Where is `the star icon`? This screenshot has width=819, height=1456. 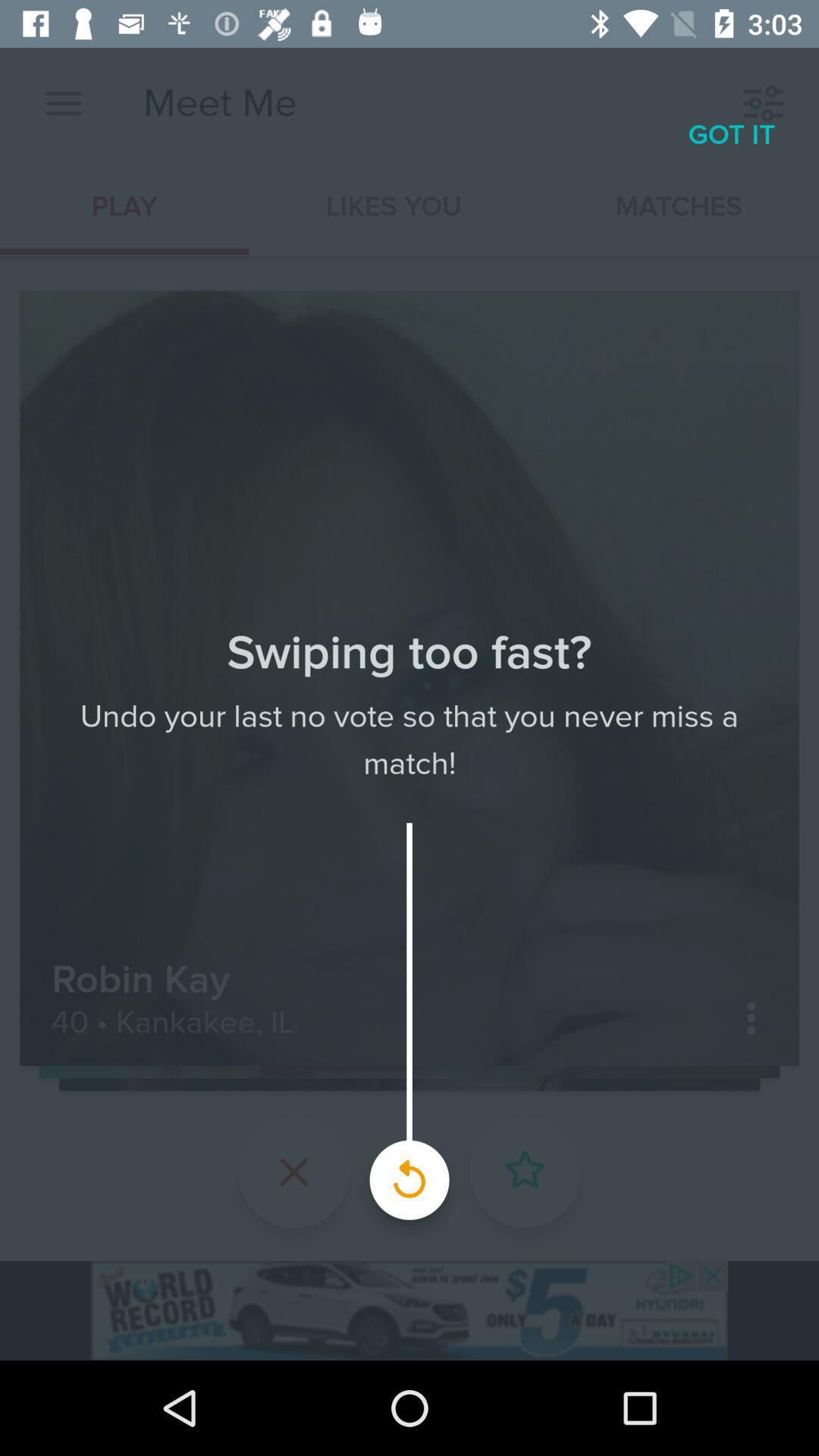 the star icon is located at coordinates (524, 1171).